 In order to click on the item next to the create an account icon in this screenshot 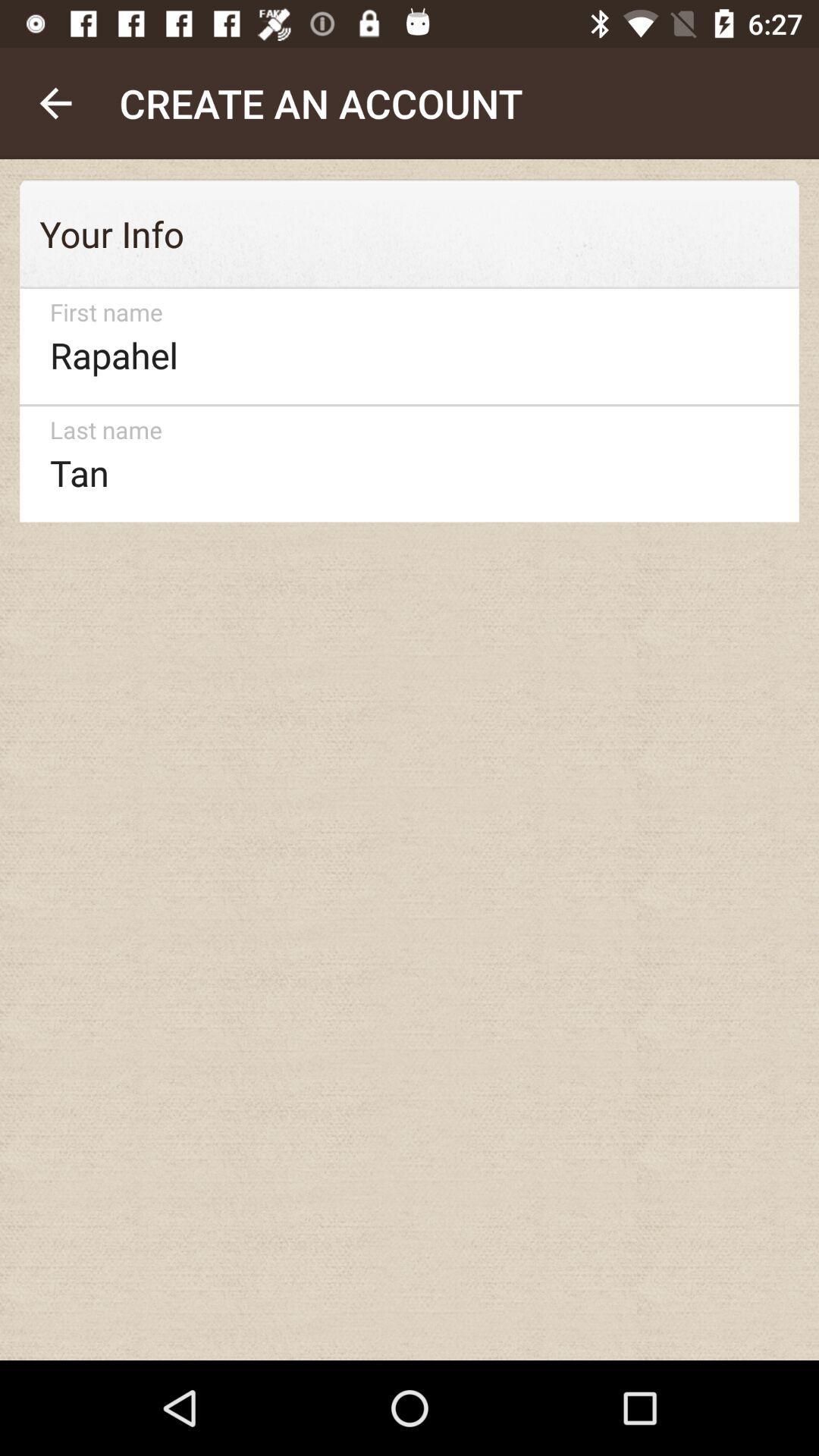, I will do `click(55, 102)`.